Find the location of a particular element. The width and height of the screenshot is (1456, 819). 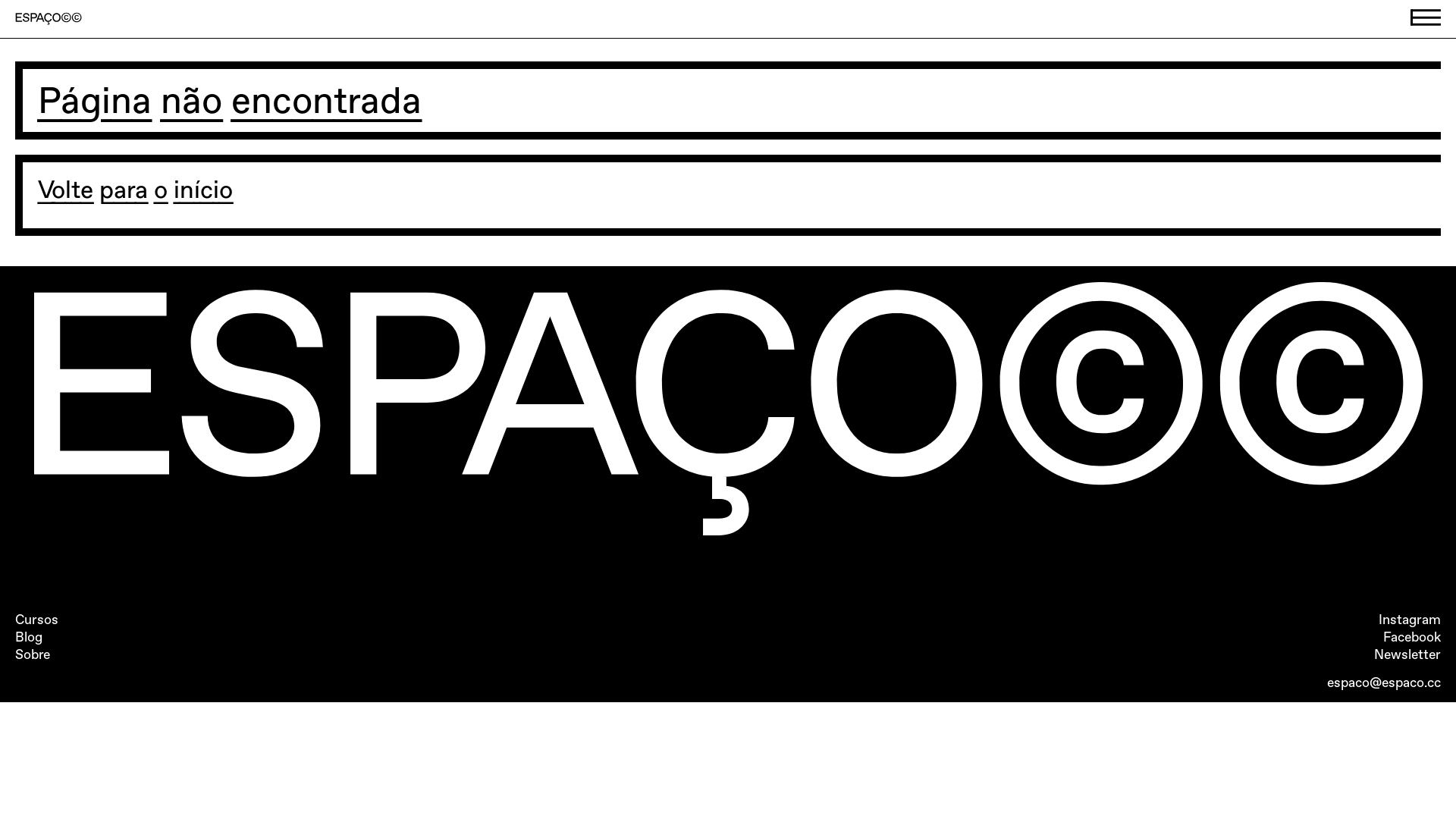

'Sobre' is located at coordinates (33, 654).